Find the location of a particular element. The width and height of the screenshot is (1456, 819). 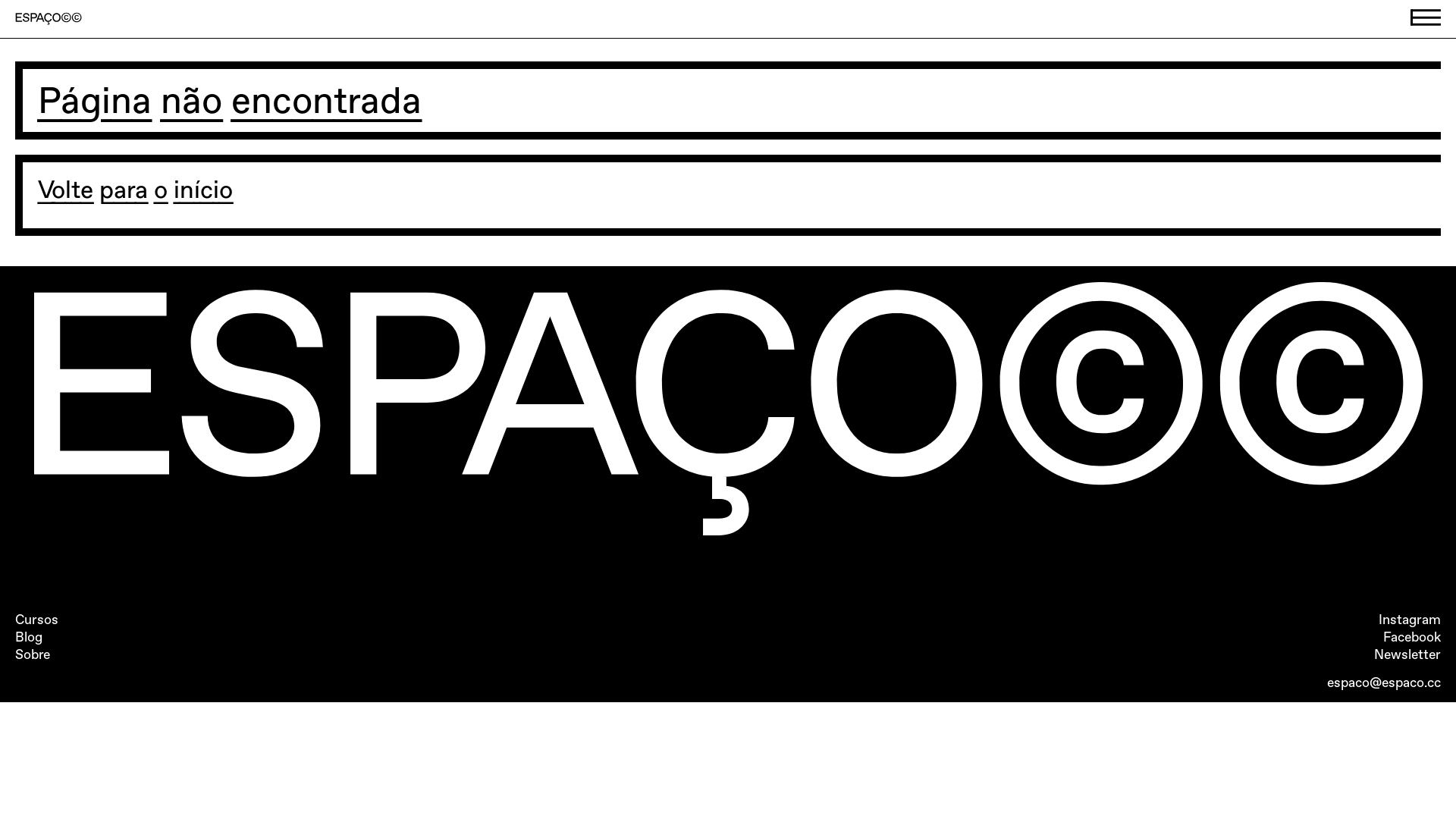

'Sobre' is located at coordinates (33, 654).